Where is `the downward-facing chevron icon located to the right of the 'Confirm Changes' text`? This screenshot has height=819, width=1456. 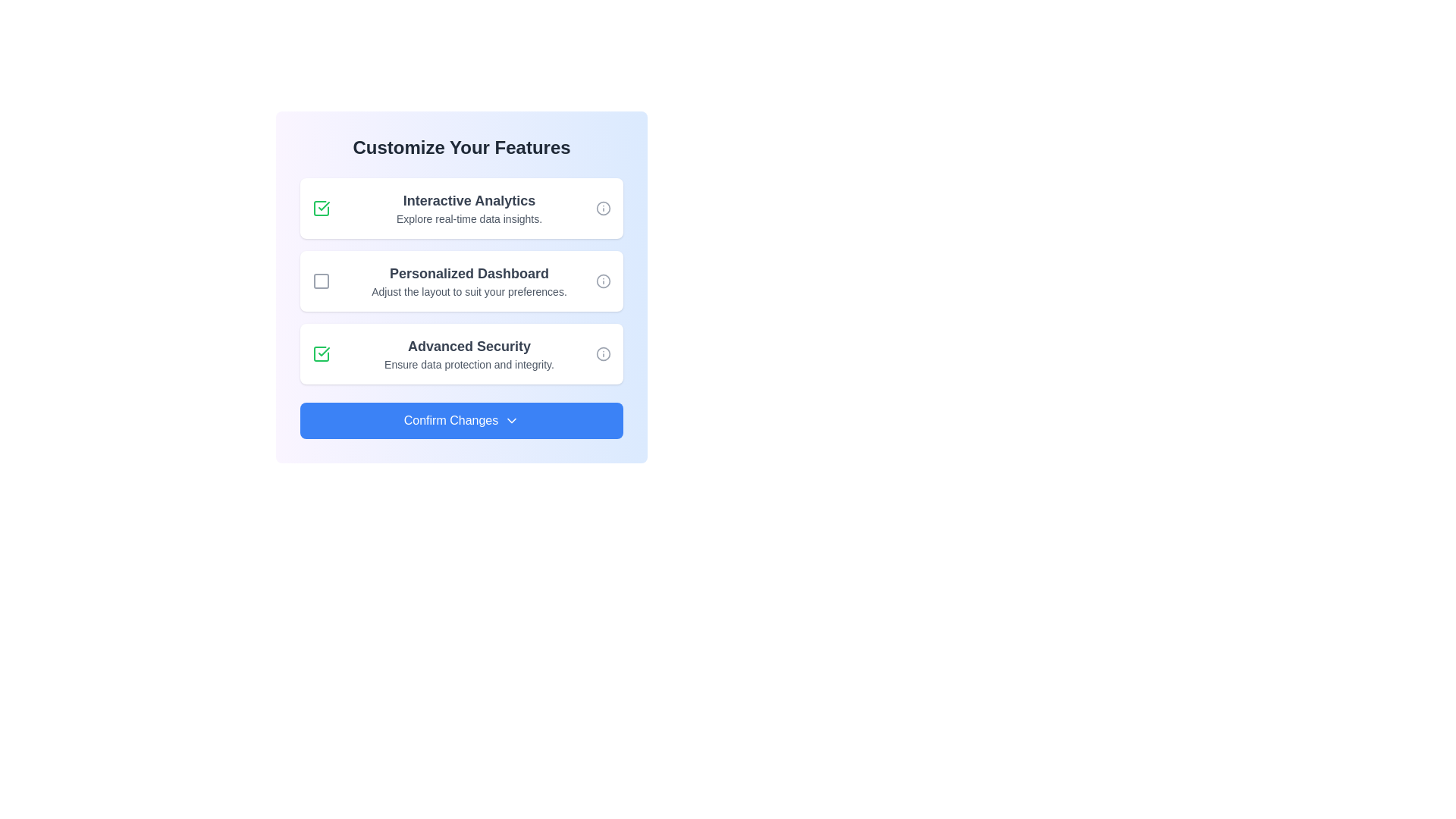 the downward-facing chevron icon located to the right of the 'Confirm Changes' text is located at coordinates (512, 421).